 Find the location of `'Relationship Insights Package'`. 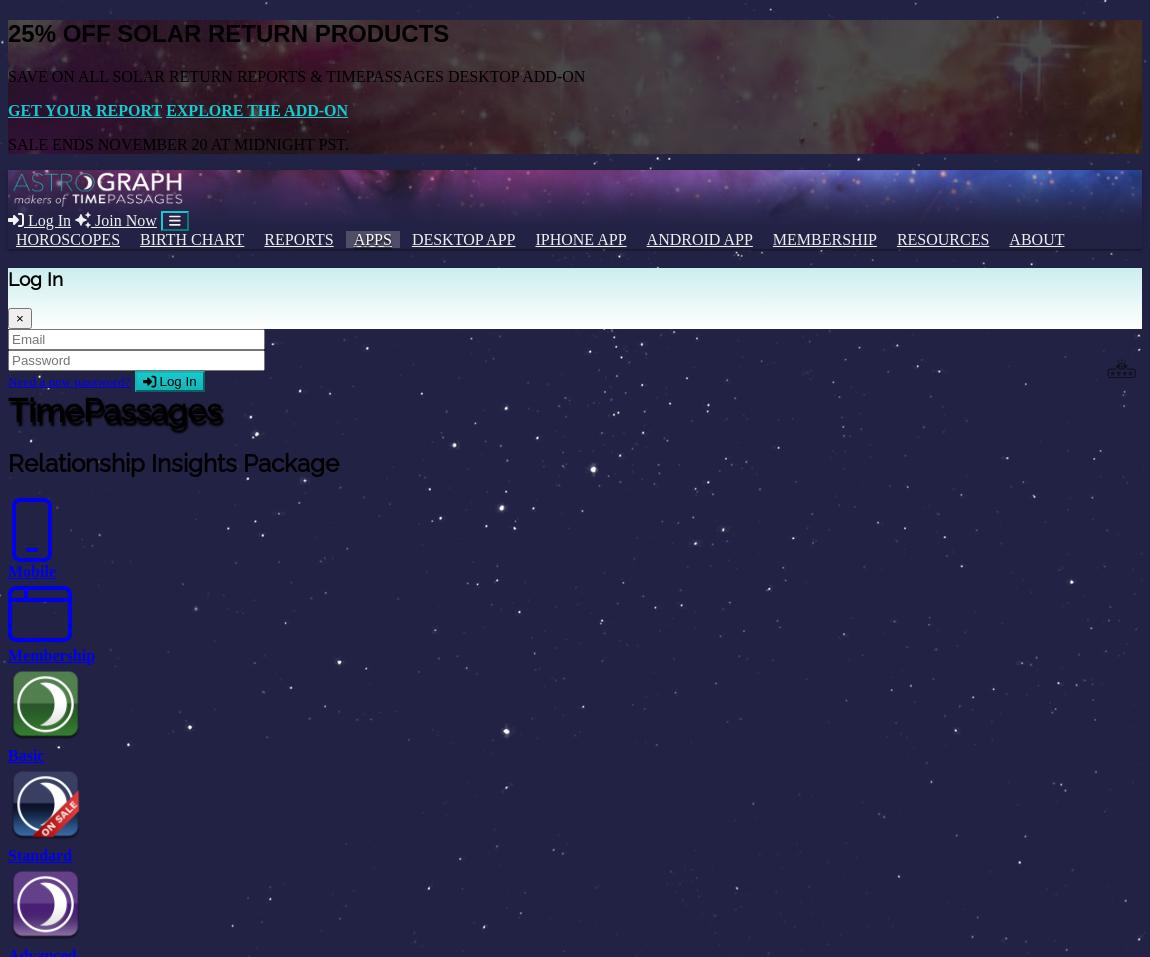

'Relationship Insights Package' is located at coordinates (172, 462).